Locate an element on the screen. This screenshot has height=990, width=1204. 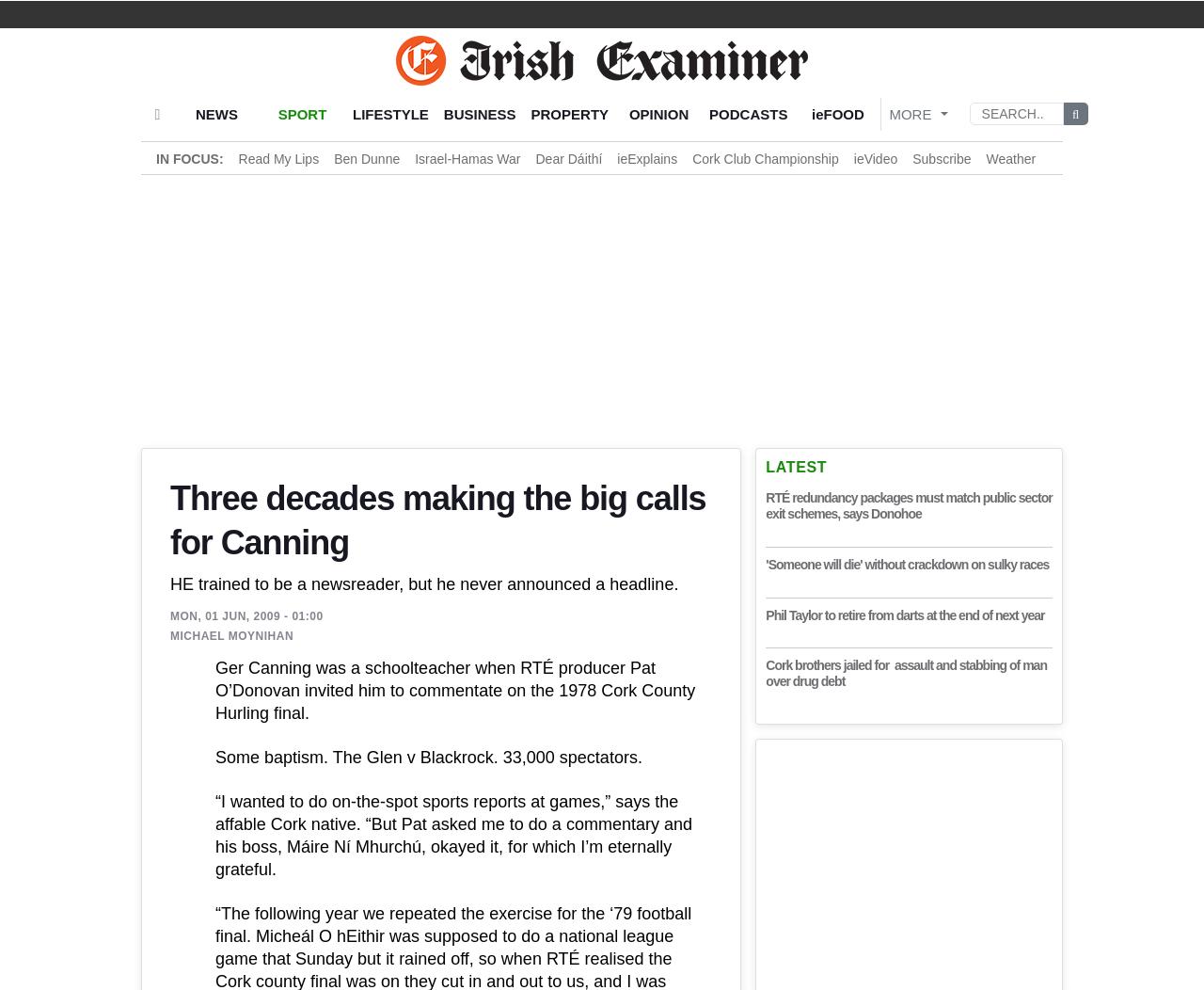
'“In football the Tyrone-Kerry finals recently have been outstanding – played in the right spirit, with a great atmosphere.' is located at coordinates (462, 688).